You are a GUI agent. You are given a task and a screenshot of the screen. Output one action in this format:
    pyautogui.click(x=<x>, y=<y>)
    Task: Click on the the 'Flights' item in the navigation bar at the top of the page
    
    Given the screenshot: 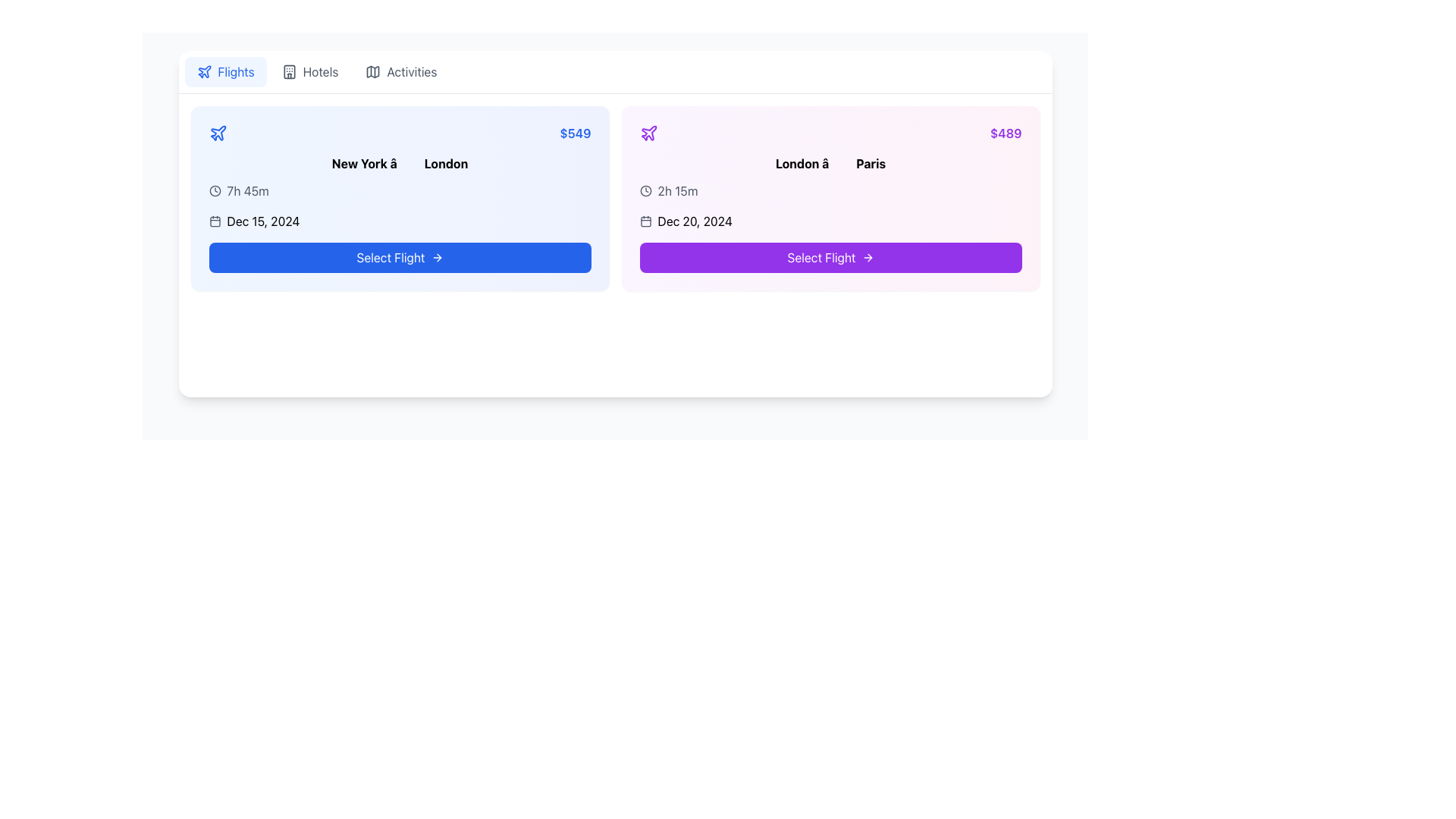 What is the action you would take?
    pyautogui.click(x=615, y=72)
    